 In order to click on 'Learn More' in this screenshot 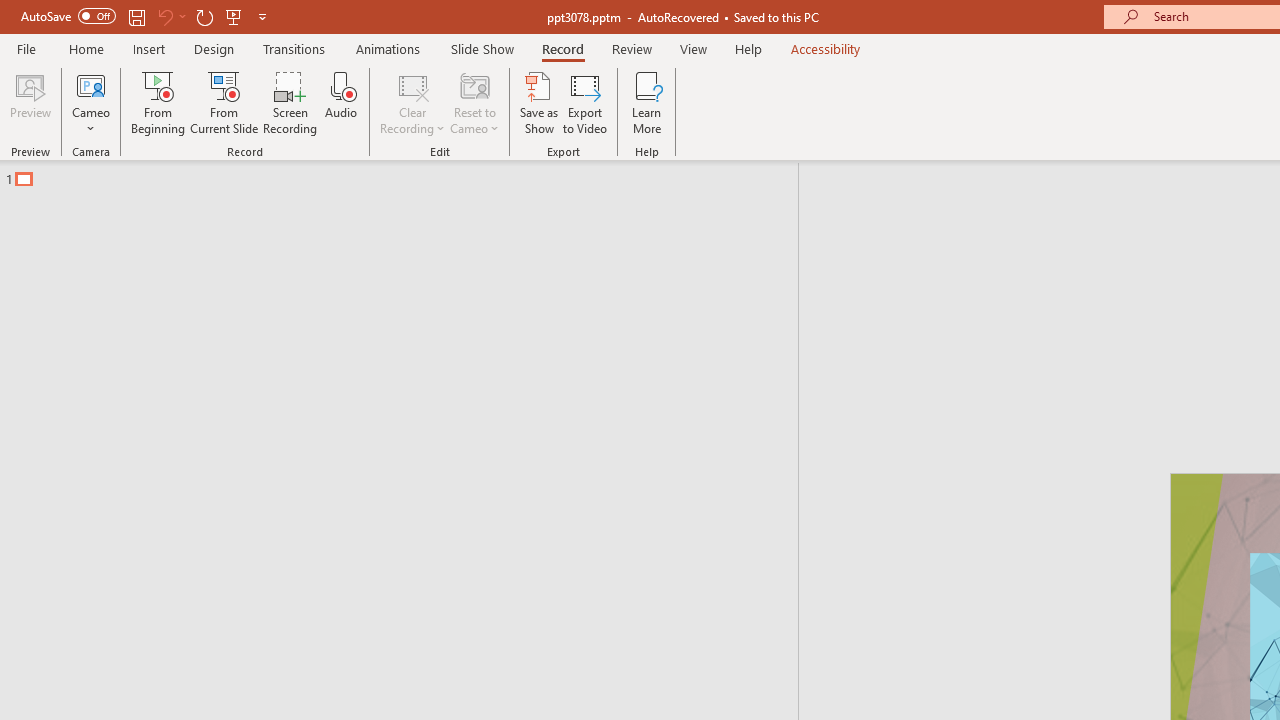, I will do `click(647, 103)`.